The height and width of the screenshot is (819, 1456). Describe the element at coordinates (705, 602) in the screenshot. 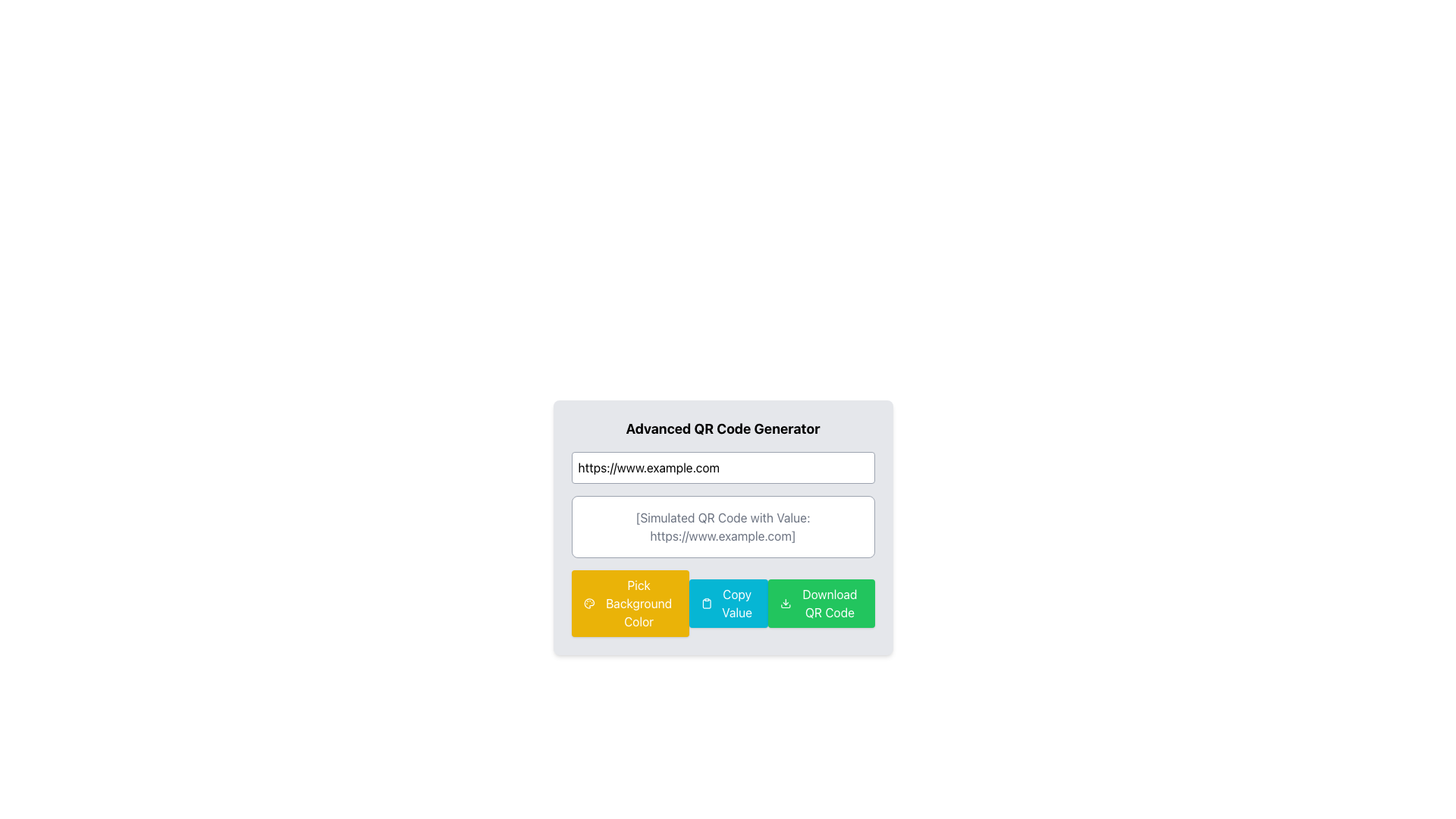

I see `the clipboard icon within the 'Copy Value' button located at the bottom of the interface` at that location.